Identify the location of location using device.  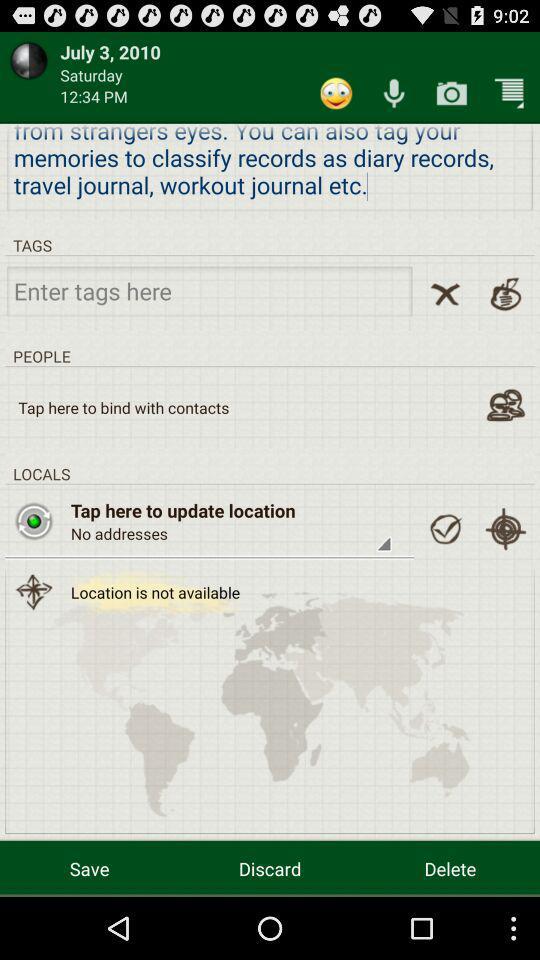
(504, 528).